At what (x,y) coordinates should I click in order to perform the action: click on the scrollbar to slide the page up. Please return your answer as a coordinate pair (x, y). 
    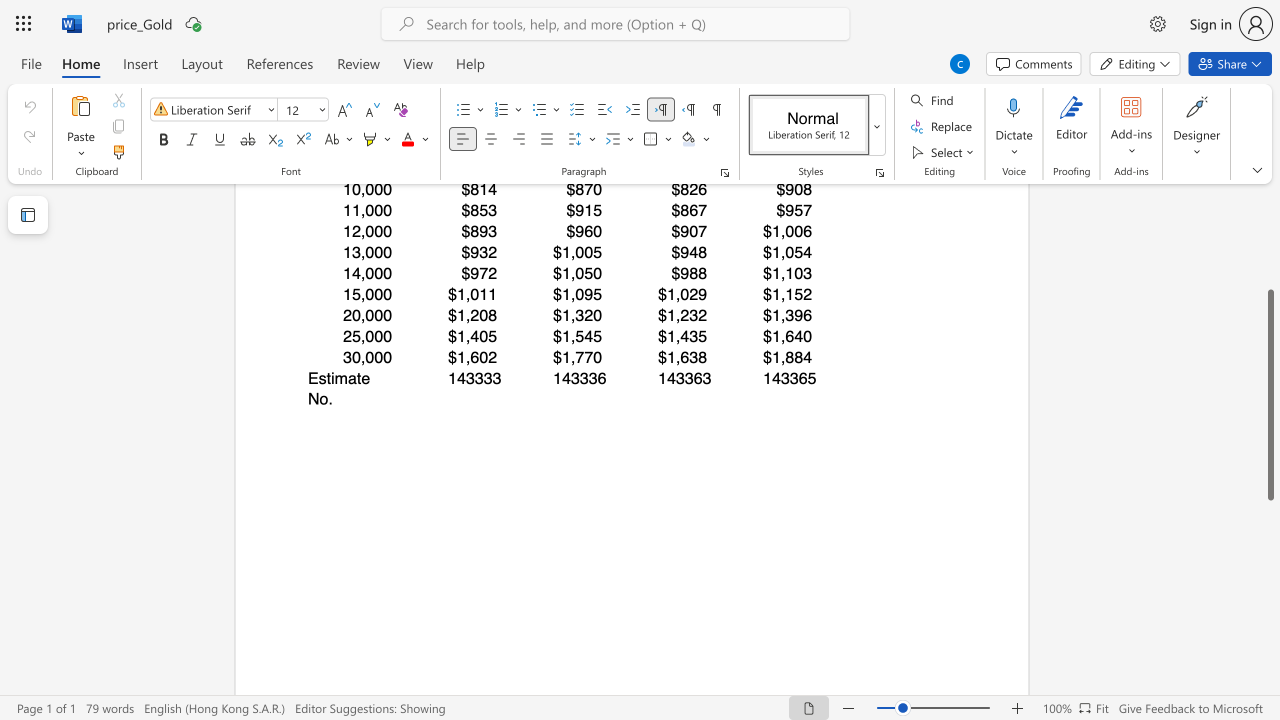
    Looking at the image, I should click on (1269, 258).